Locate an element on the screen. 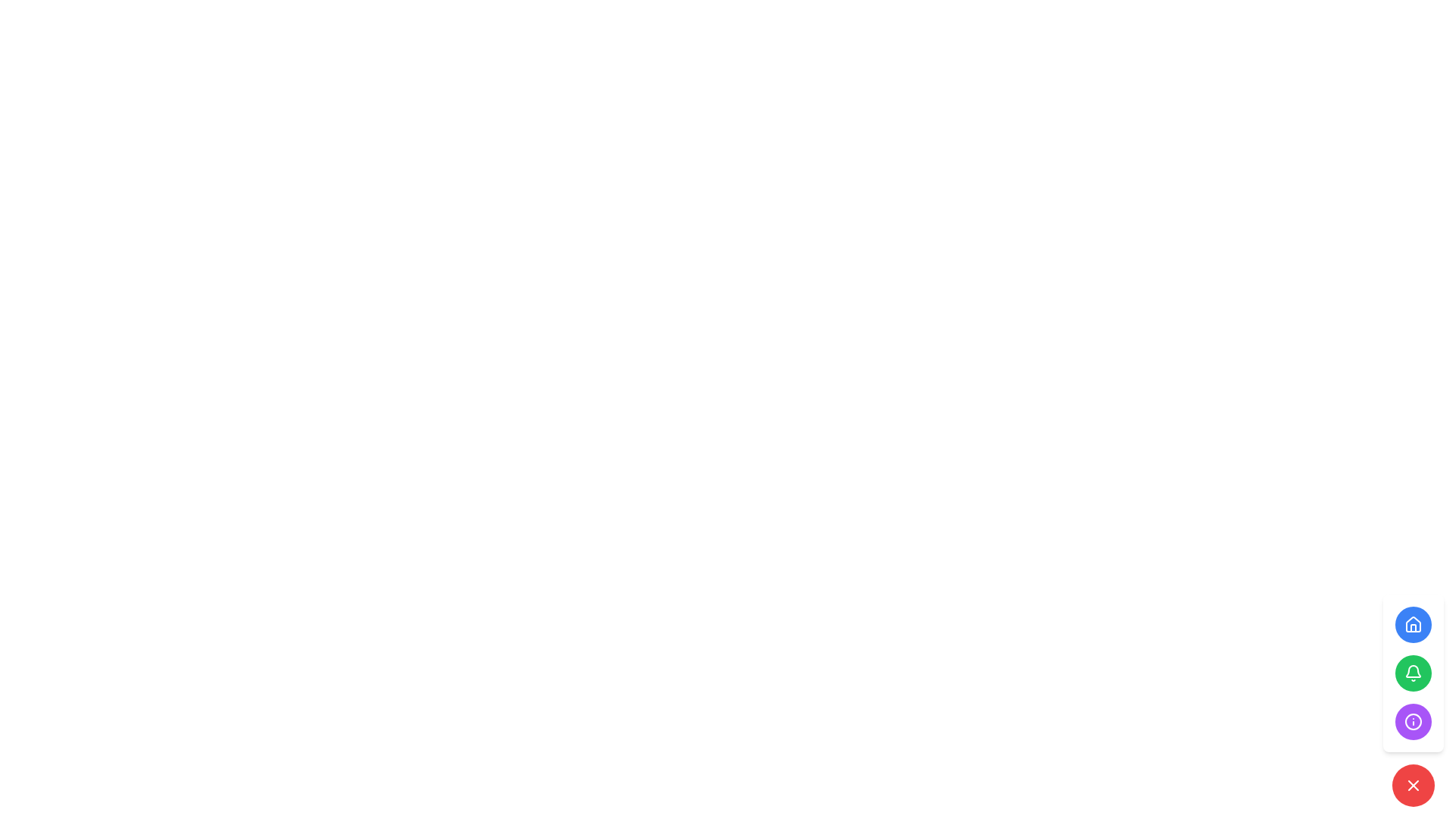 Image resolution: width=1456 pixels, height=819 pixels. the central graphical 'Home' icon within the blue circular button located at the top of the vertically stacked buttons on the far-right side of the interface is located at coordinates (1412, 625).